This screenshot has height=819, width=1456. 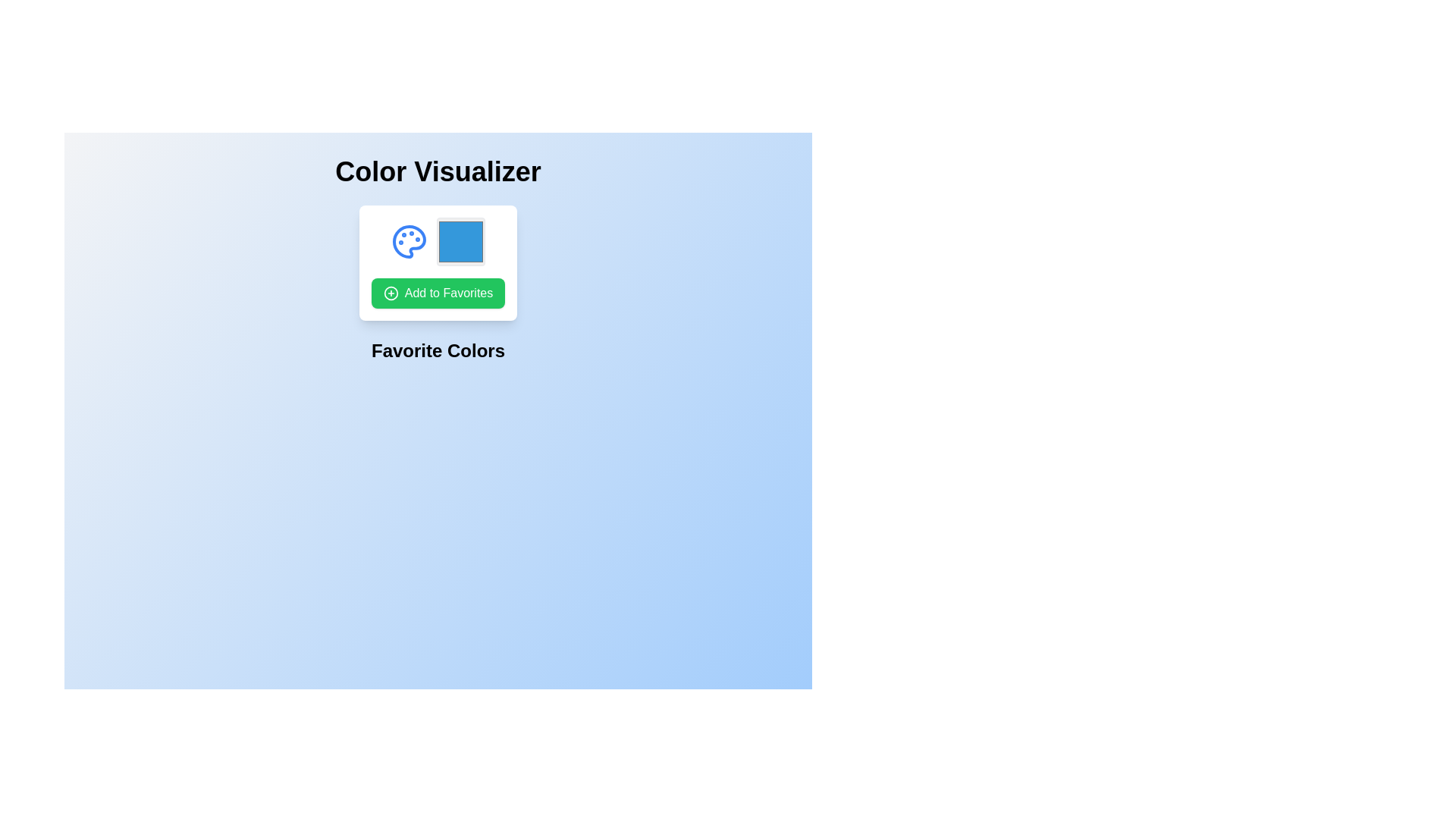 I want to click on the static text element displaying 'Favorite Colors', which is bold and medium-large in size, located below the 'Add to Favorites' section, so click(x=437, y=350).